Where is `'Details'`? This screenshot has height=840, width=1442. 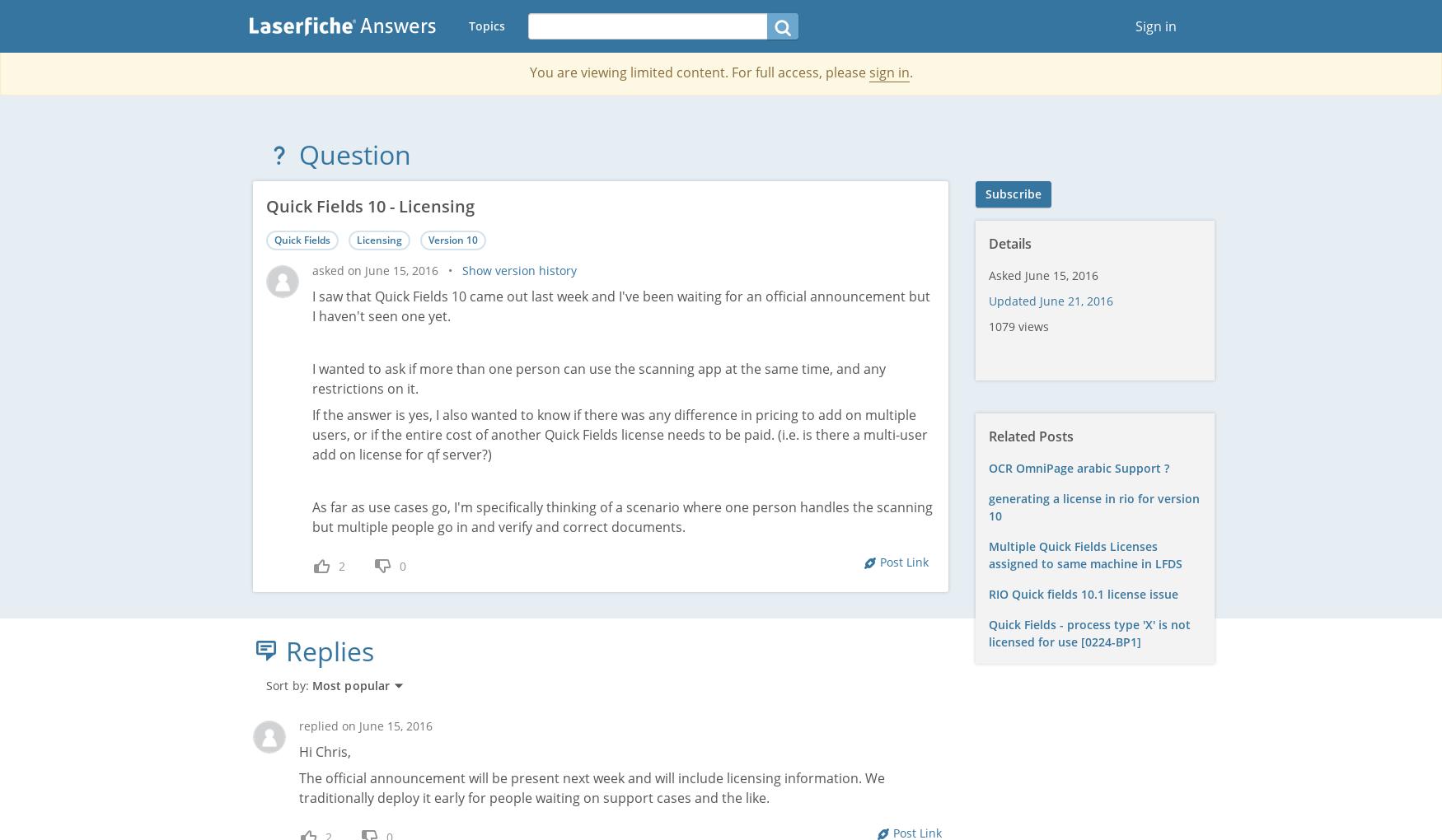 'Details' is located at coordinates (1010, 243).